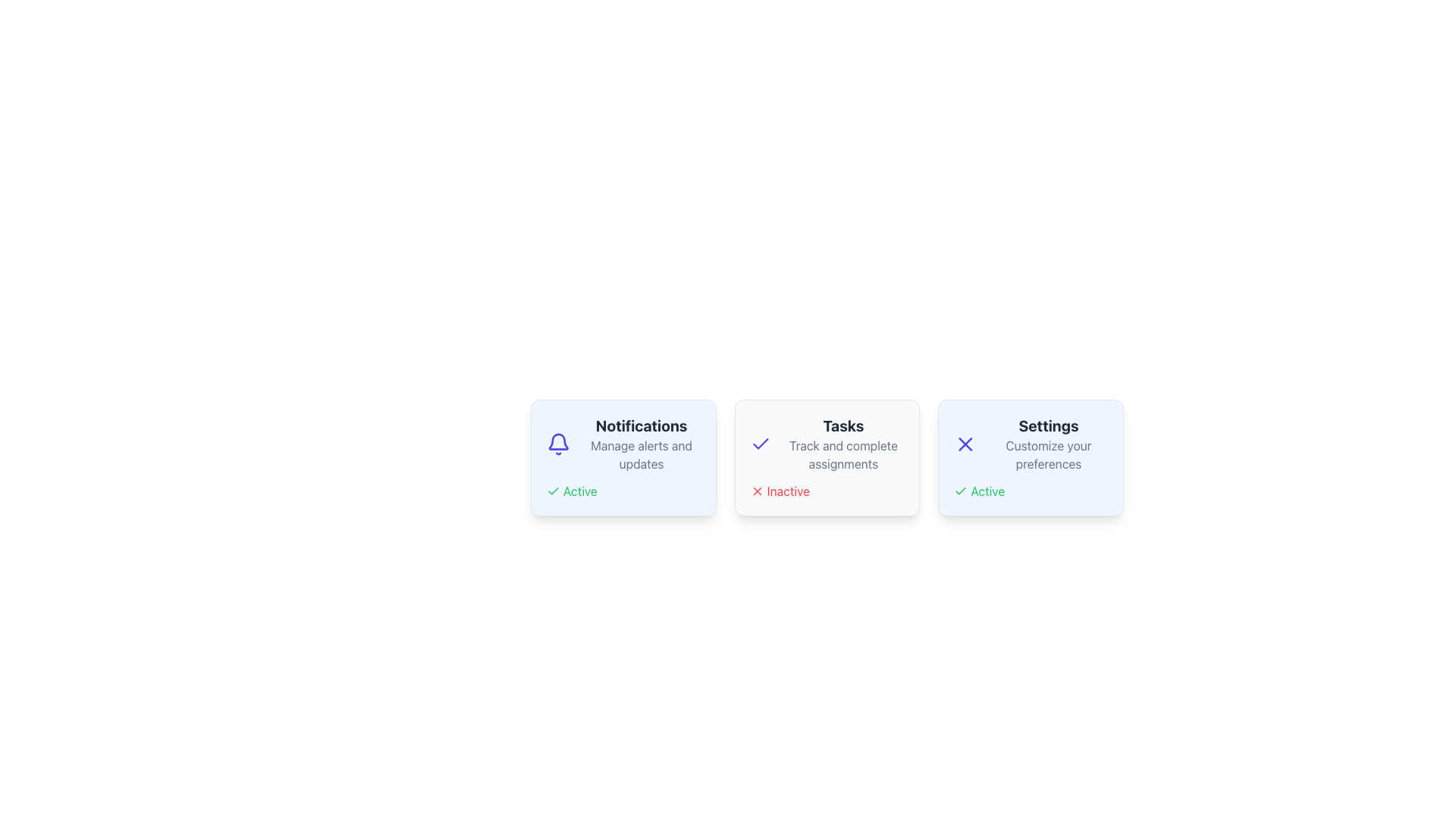 This screenshot has width=1456, height=819. Describe the element at coordinates (965, 444) in the screenshot. I see `the close icon located at the top-left section of the 'Settings' content block, positioned to the left of the texts 'Settings' and 'Customize your preferences'` at that location.